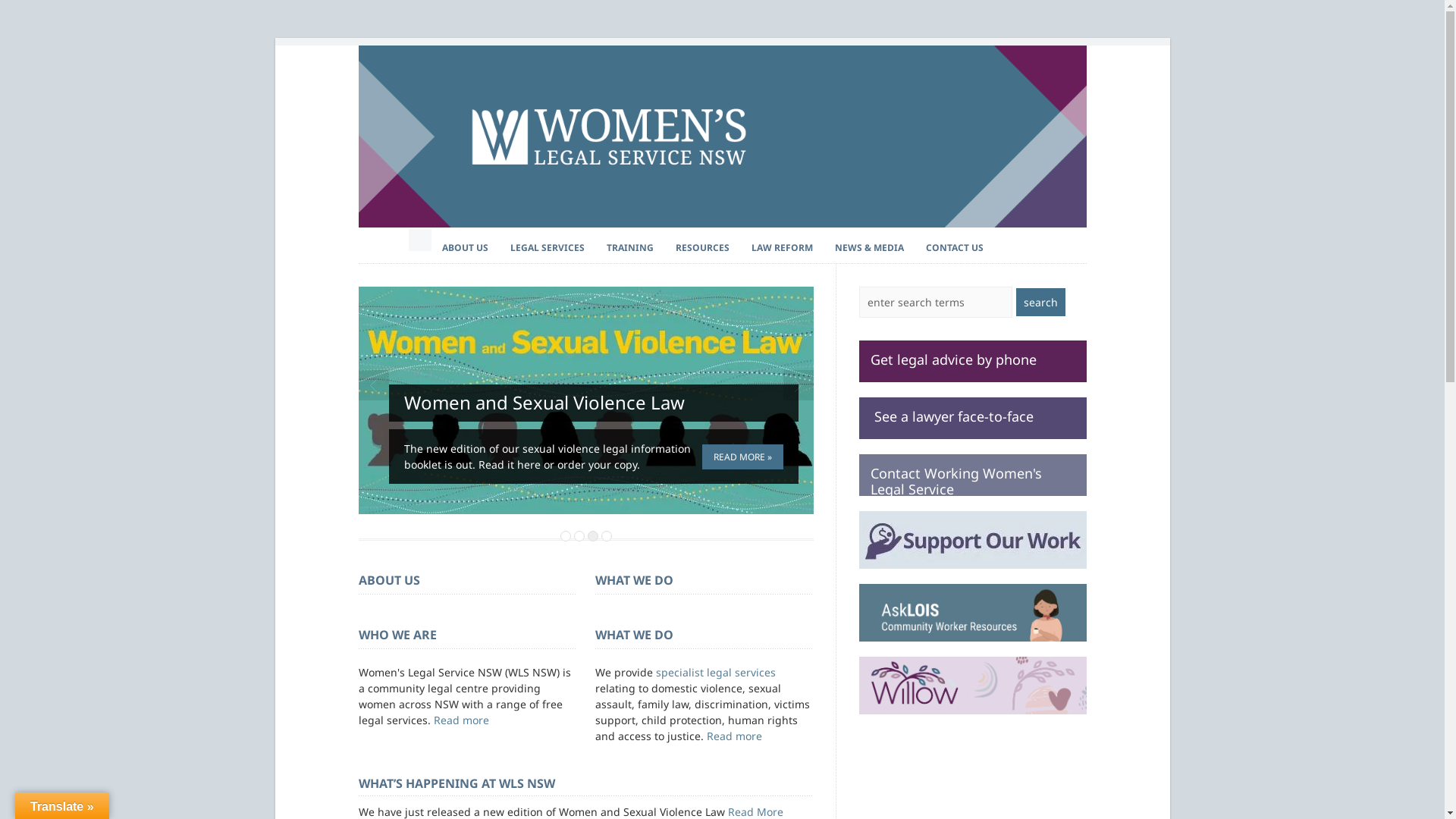 This screenshot has height=819, width=1456. What do you see at coordinates (1027, 239) in the screenshot?
I see `'Connect on Facebook'` at bounding box center [1027, 239].